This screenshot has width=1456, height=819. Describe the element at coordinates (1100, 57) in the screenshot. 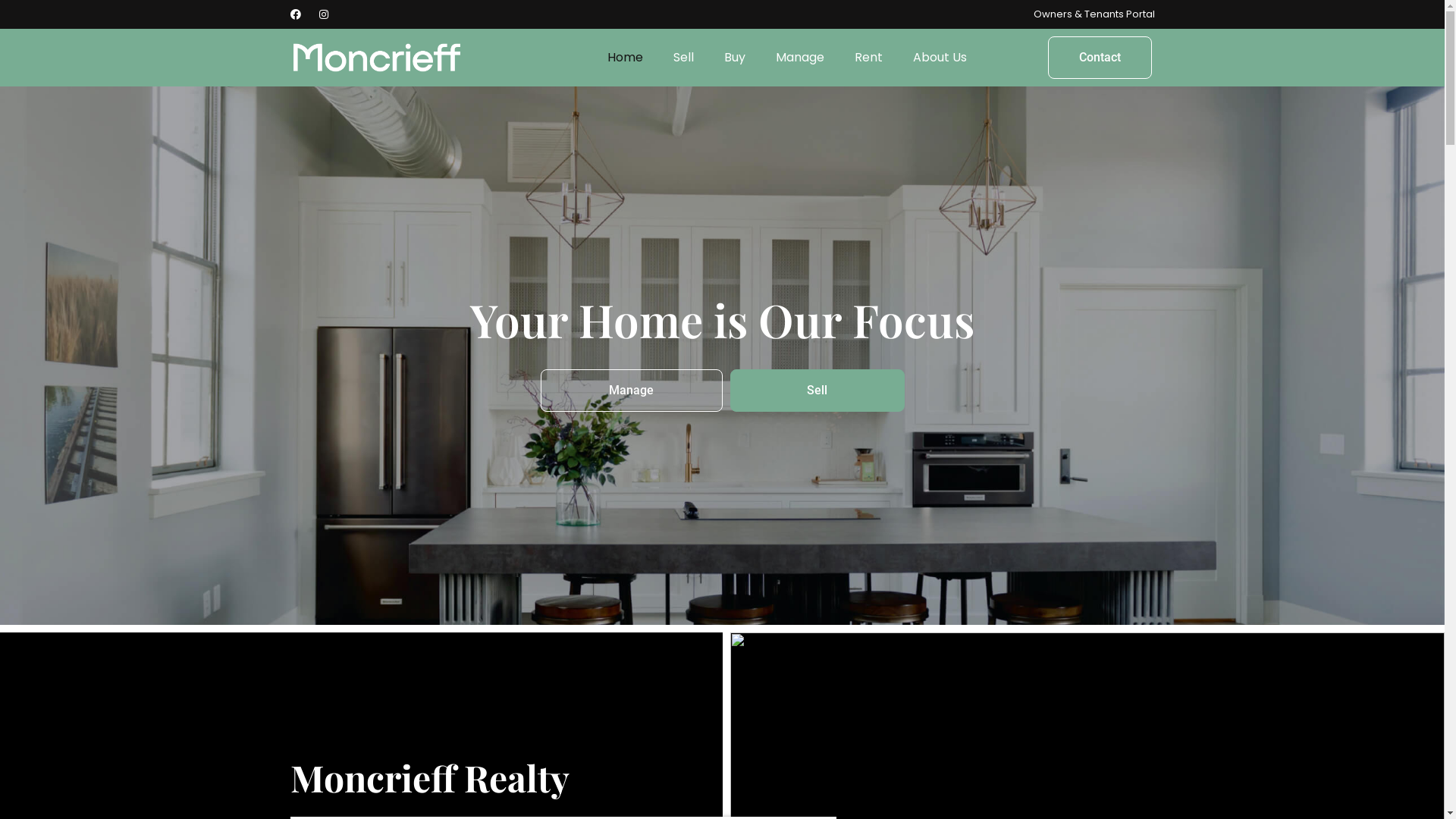

I see `'Contact'` at that location.